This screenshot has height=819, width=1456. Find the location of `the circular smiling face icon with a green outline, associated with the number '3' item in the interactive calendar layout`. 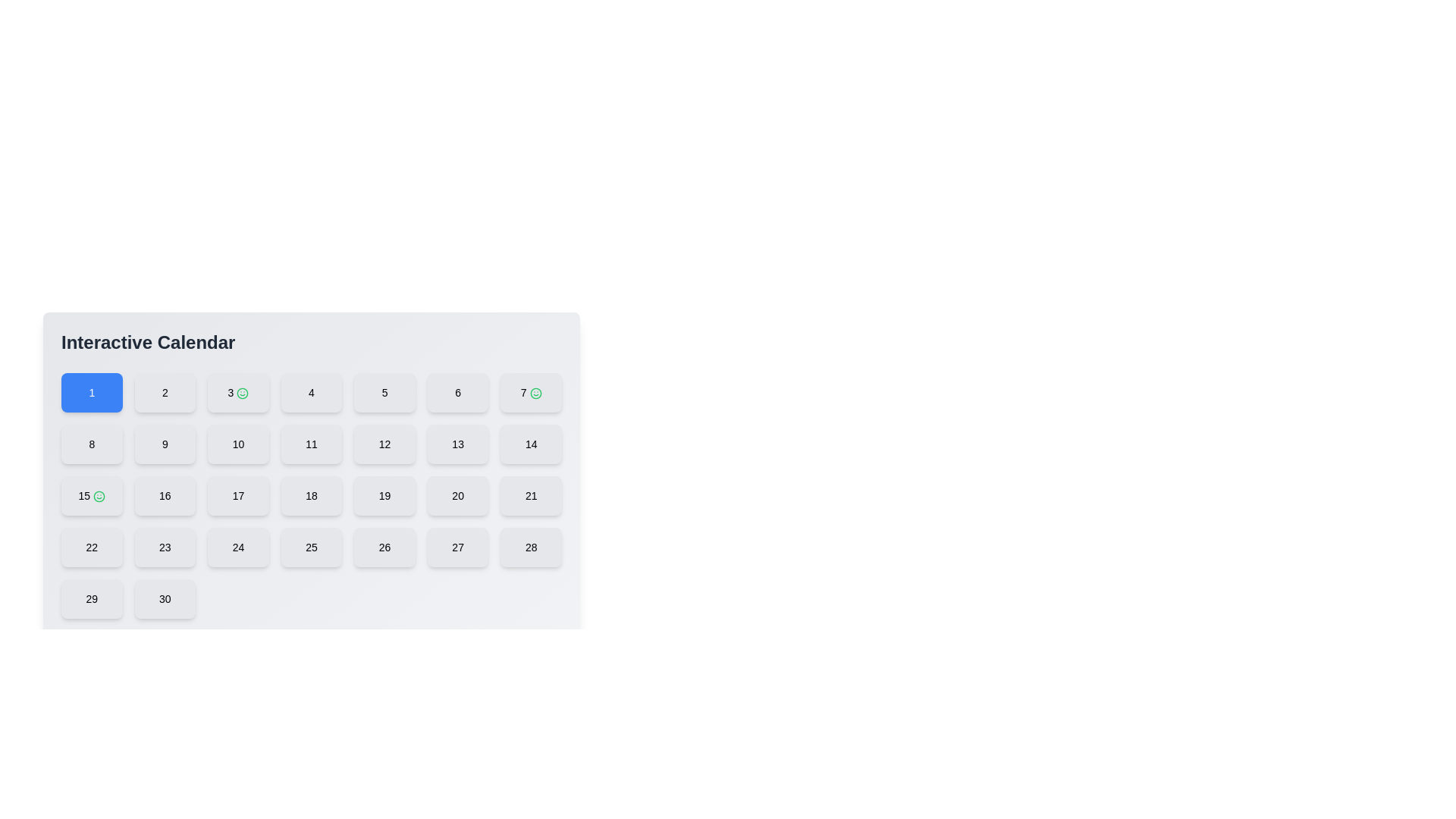

the circular smiling face icon with a green outline, associated with the number '3' item in the interactive calendar layout is located at coordinates (243, 393).